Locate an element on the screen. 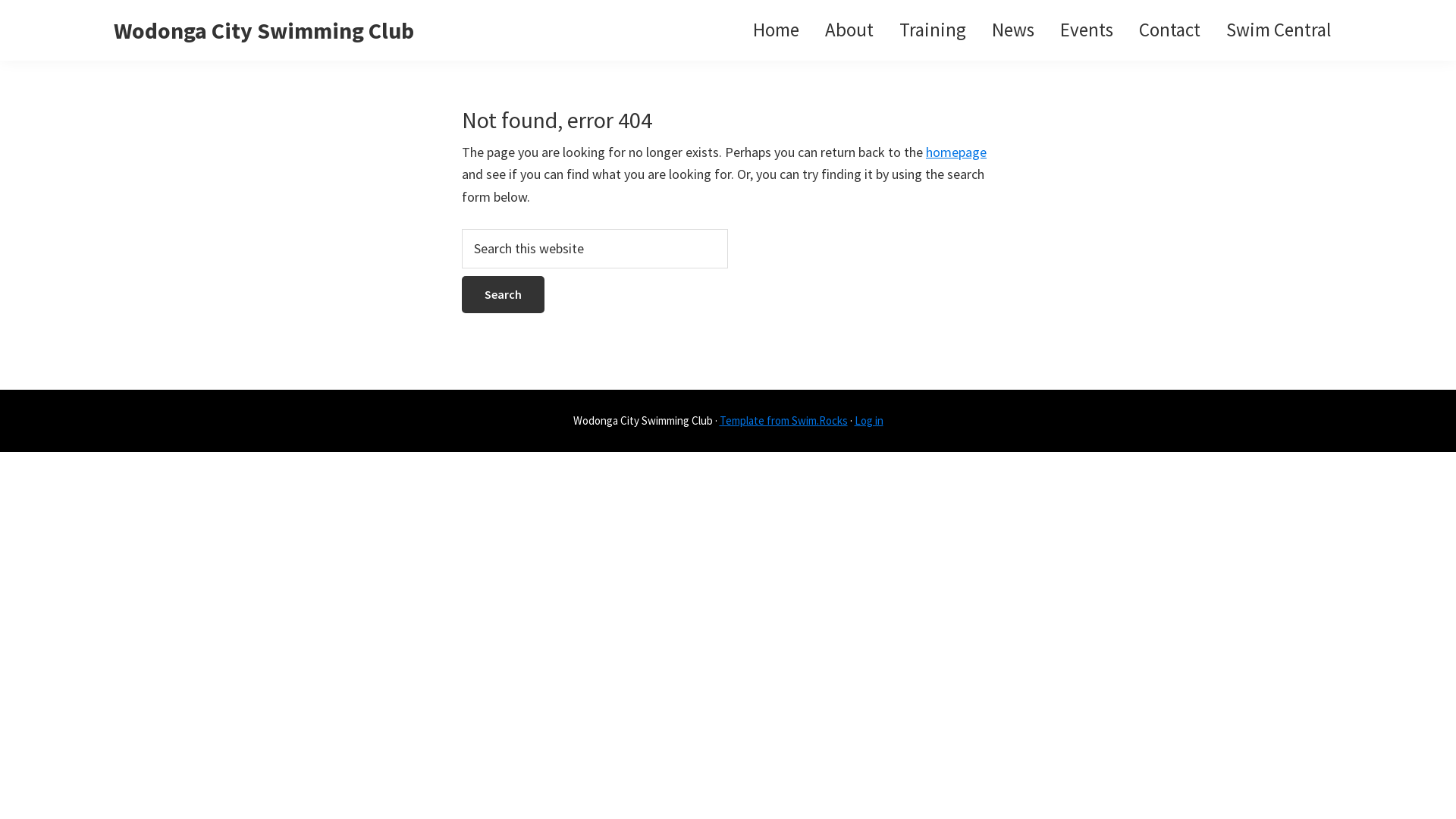  'About' is located at coordinates (848, 30).